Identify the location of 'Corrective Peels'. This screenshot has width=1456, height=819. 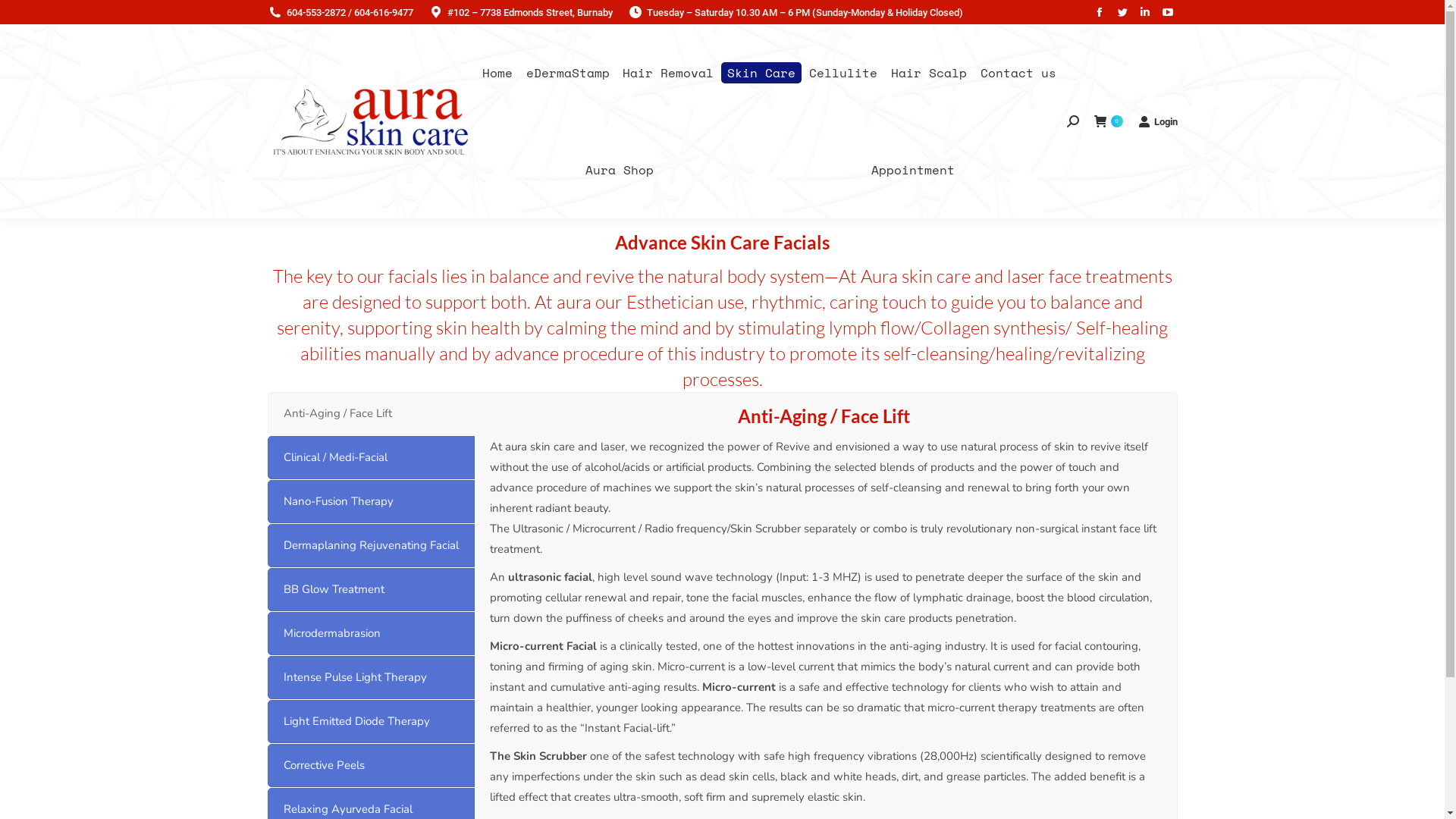
(370, 765).